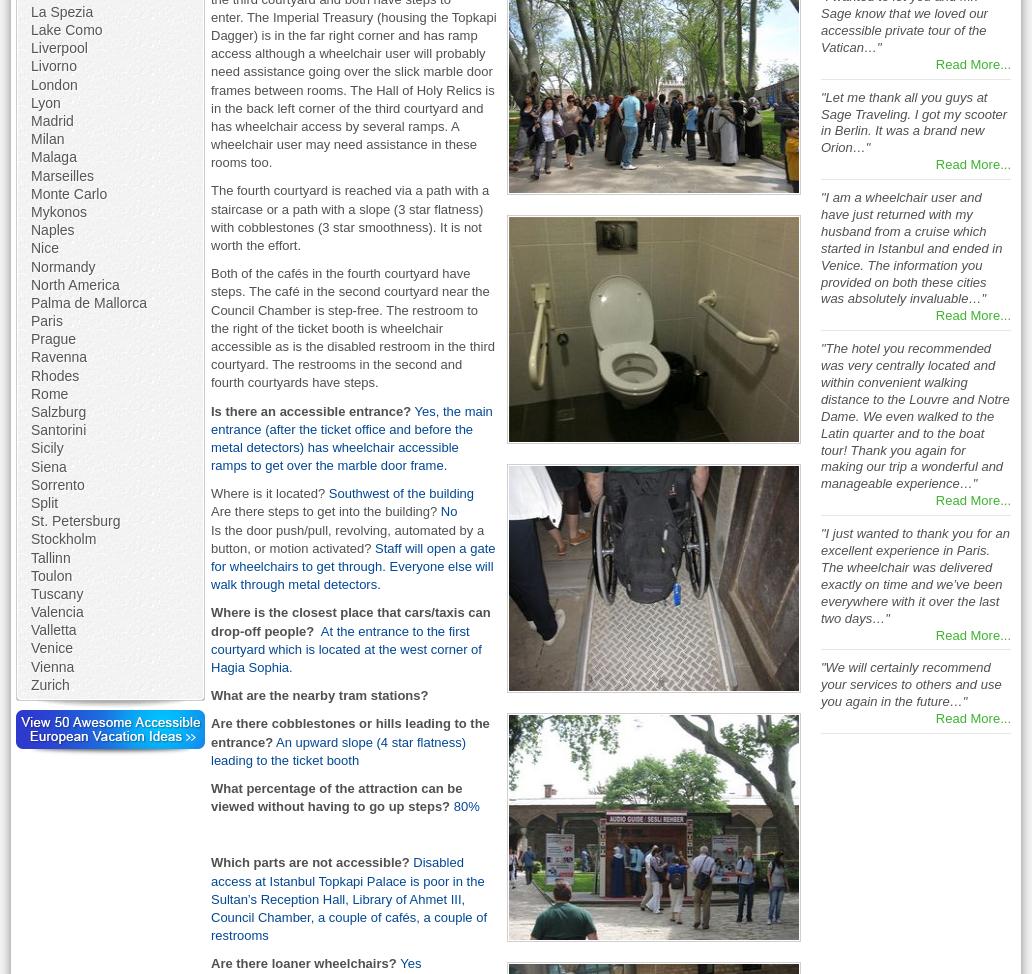 This screenshot has width=1032, height=974. I want to click on 'Salzburg', so click(58, 411).